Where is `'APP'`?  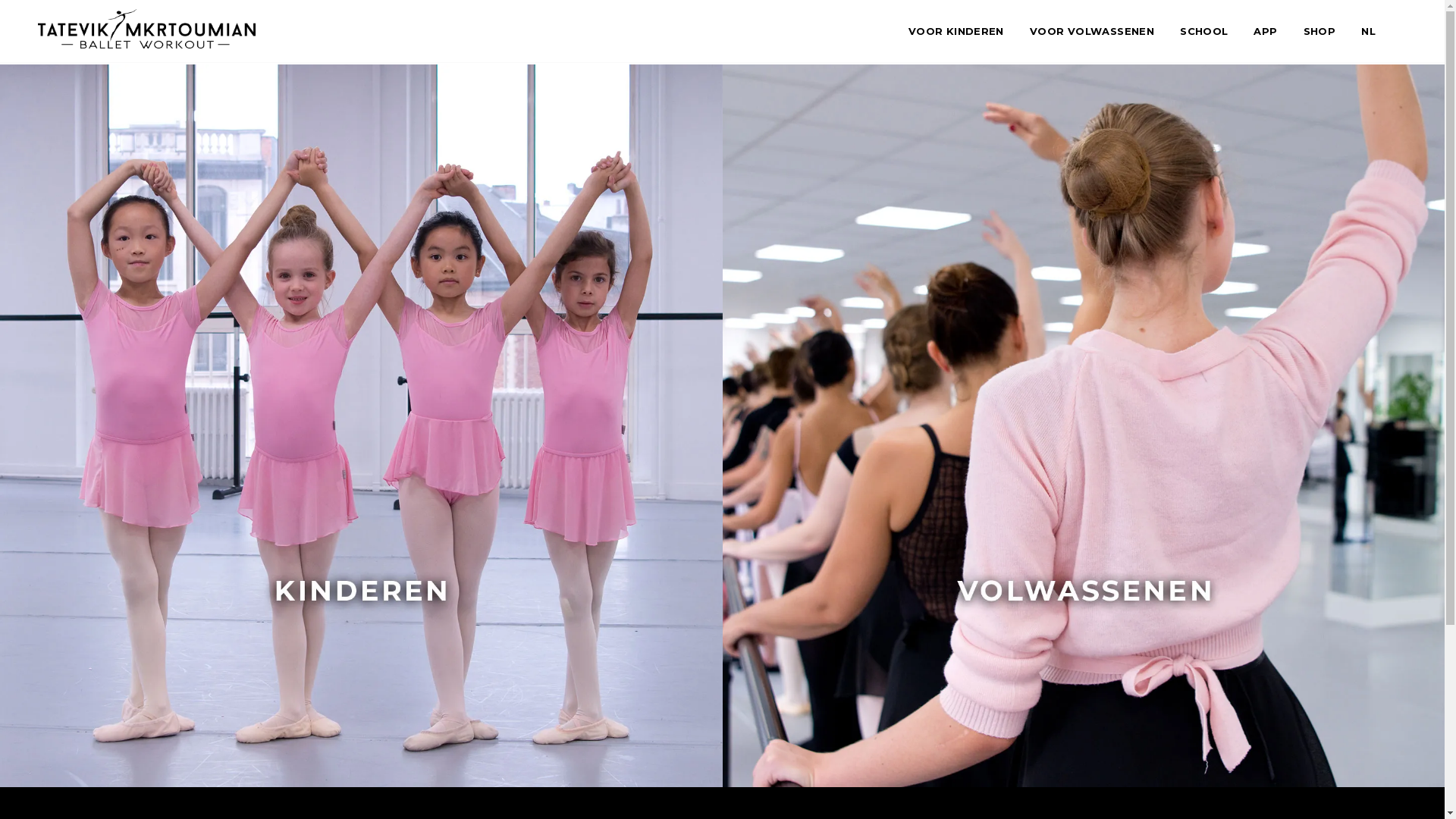
'APP' is located at coordinates (1265, 31).